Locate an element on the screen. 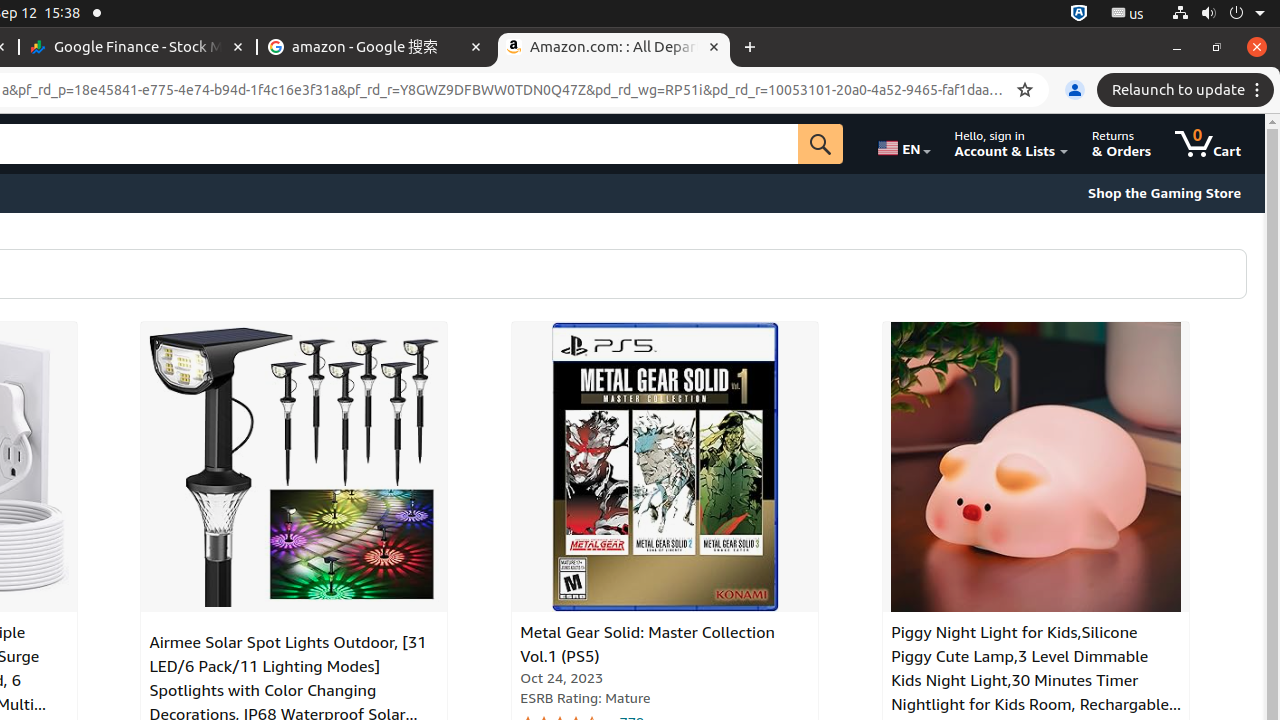 The width and height of the screenshot is (1280, 720). 'Bookmark this tab' is located at coordinates (1025, 90).